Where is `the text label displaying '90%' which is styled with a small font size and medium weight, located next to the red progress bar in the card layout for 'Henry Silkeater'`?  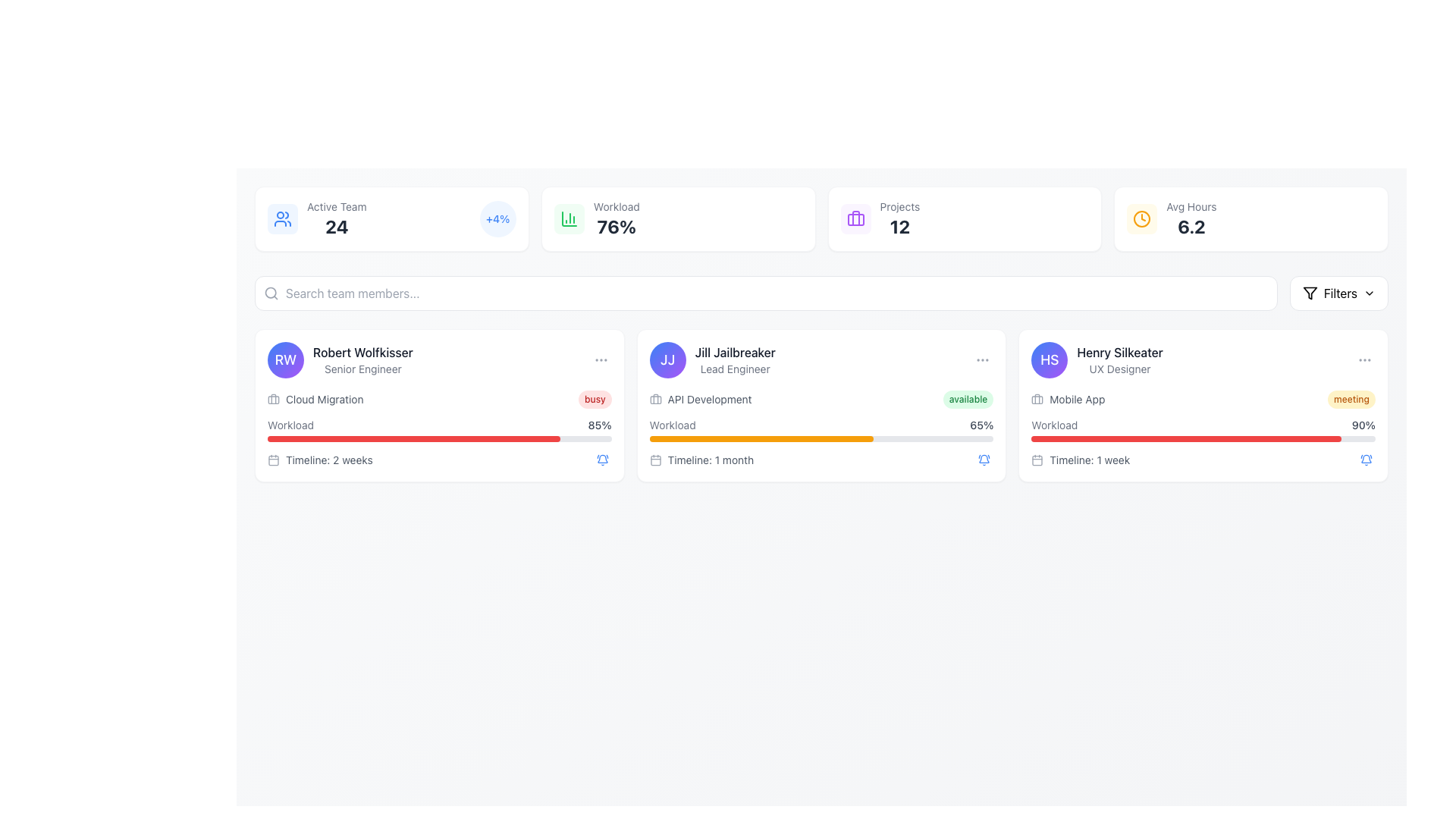 the text label displaying '90%' which is styled with a small font size and medium weight, located next to the red progress bar in the card layout for 'Henry Silkeater' is located at coordinates (1363, 425).